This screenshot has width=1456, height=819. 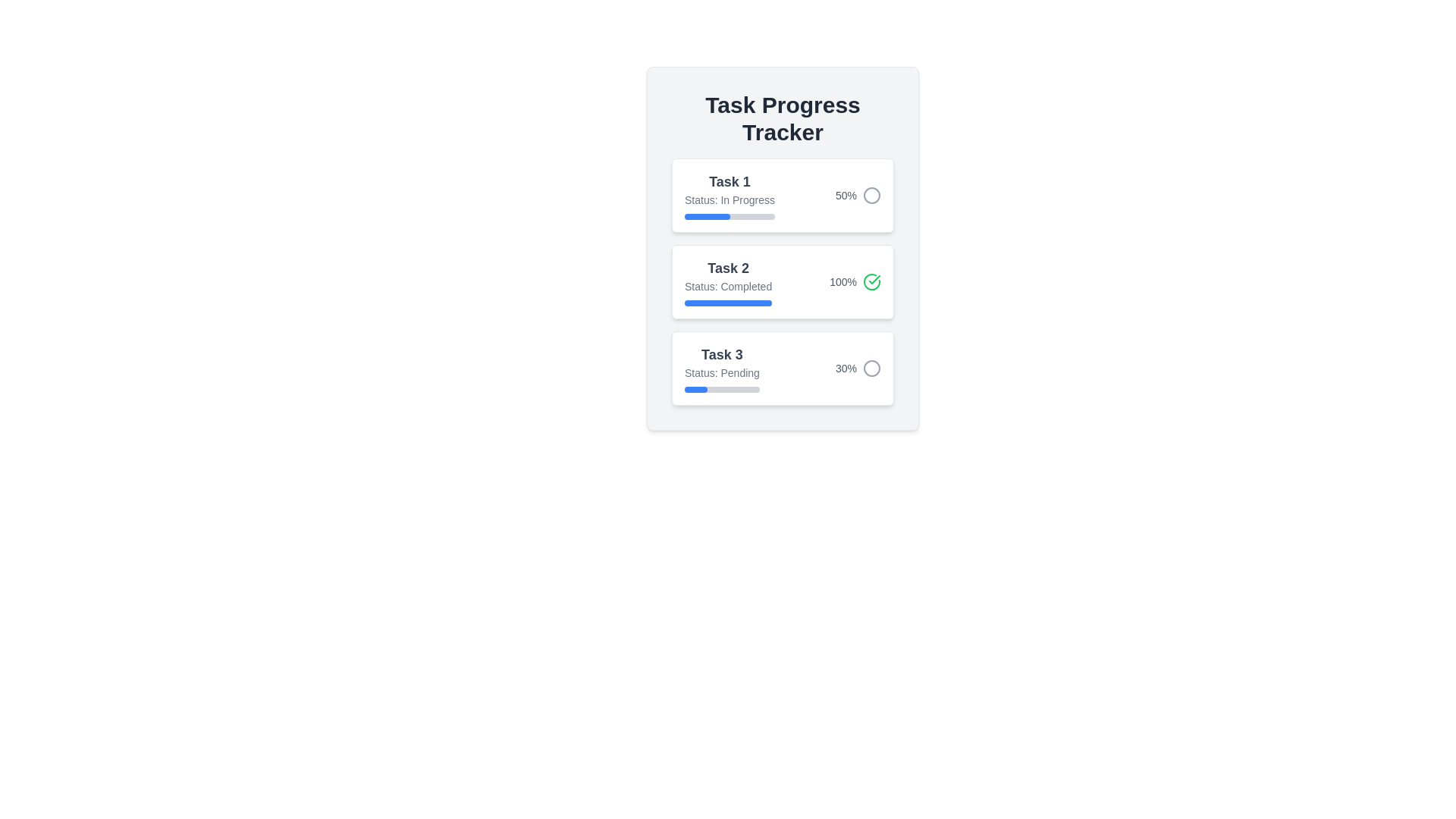 What do you see at coordinates (855, 281) in the screenshot?
I see `the completion status label with a checkmark icon for 'Task 2', indicating it is 100% complete, located in the top-right corner of the task card` at bounding box center [855, 281].